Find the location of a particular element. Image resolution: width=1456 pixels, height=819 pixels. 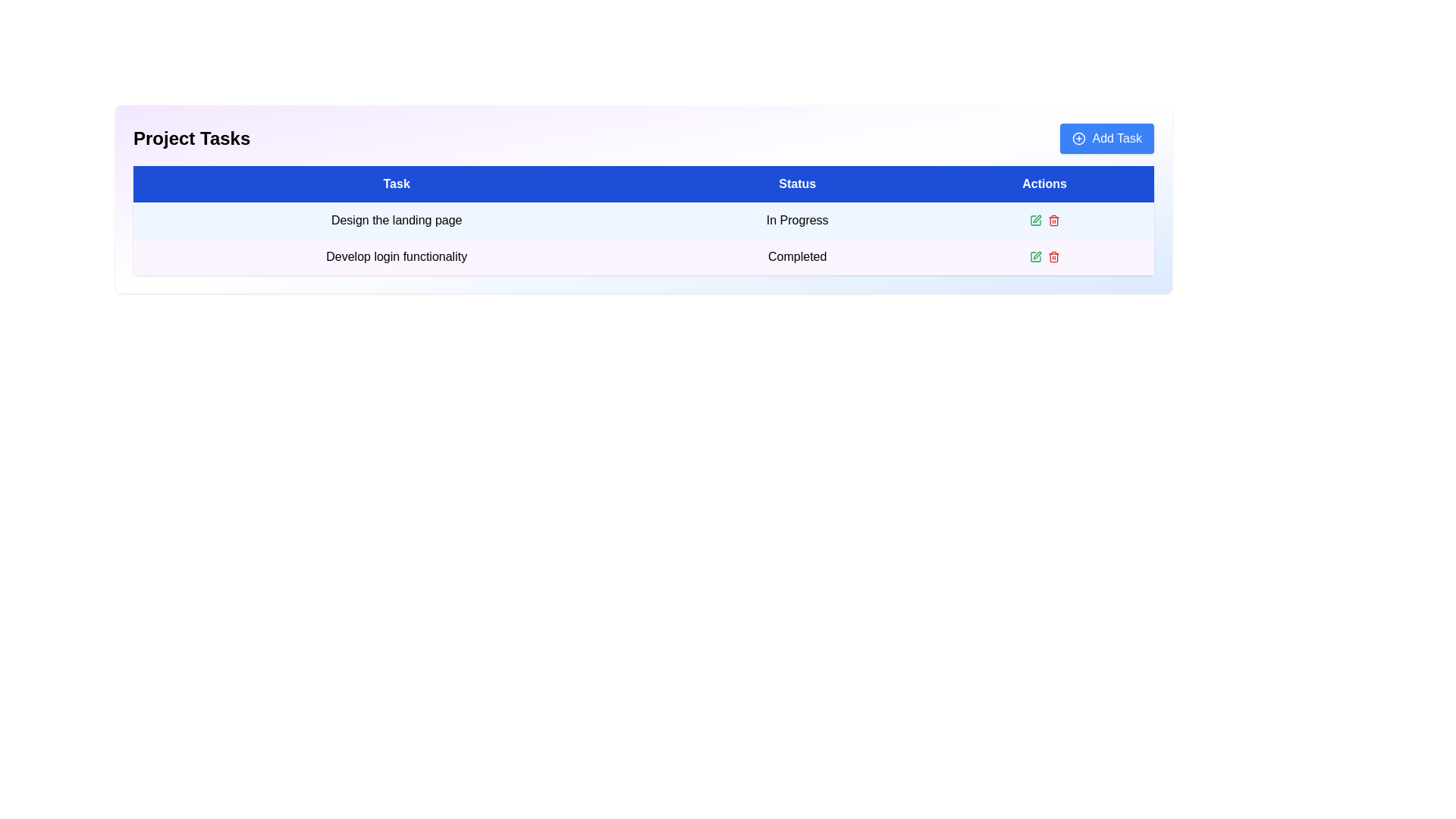

the Text label in the second row of the project management table under the 'Task' column, which displays the description or title of a task is located at coordinates (397, 256).